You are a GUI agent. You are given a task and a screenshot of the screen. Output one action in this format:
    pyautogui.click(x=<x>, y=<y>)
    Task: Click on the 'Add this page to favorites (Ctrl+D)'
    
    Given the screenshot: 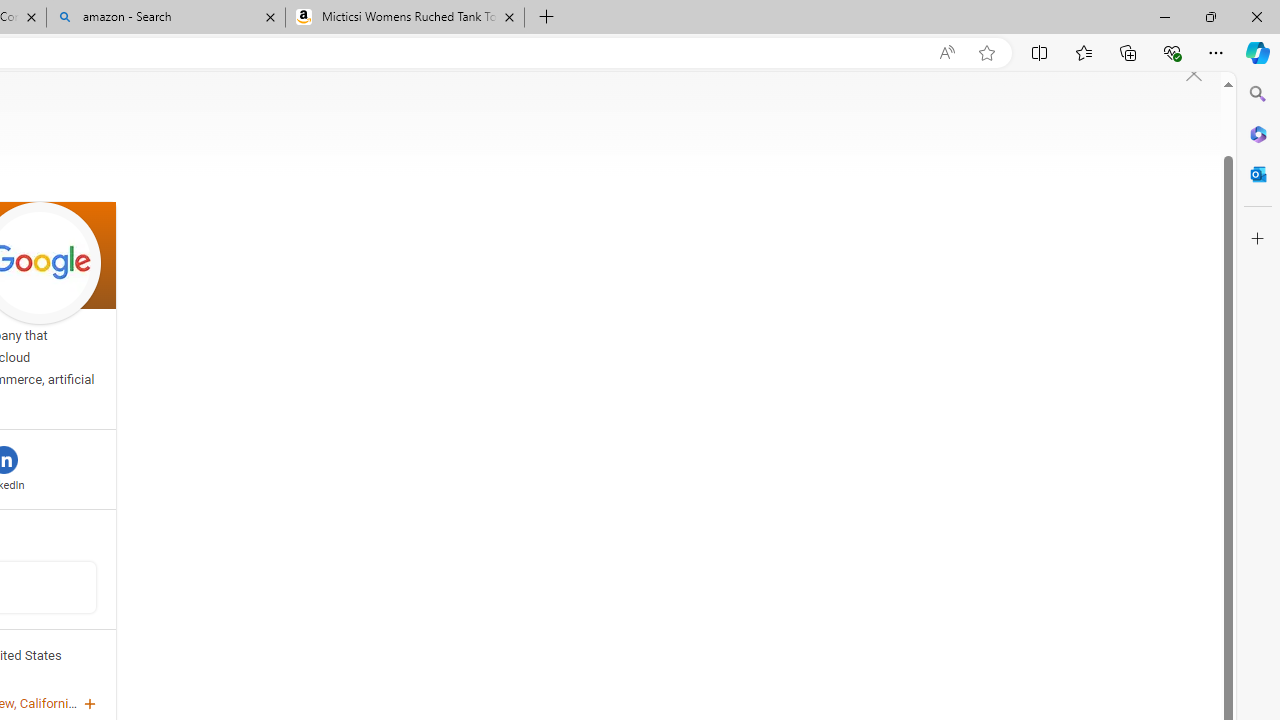 What is the action you would take?
    pyautogui.click(x=986, y=52)
    